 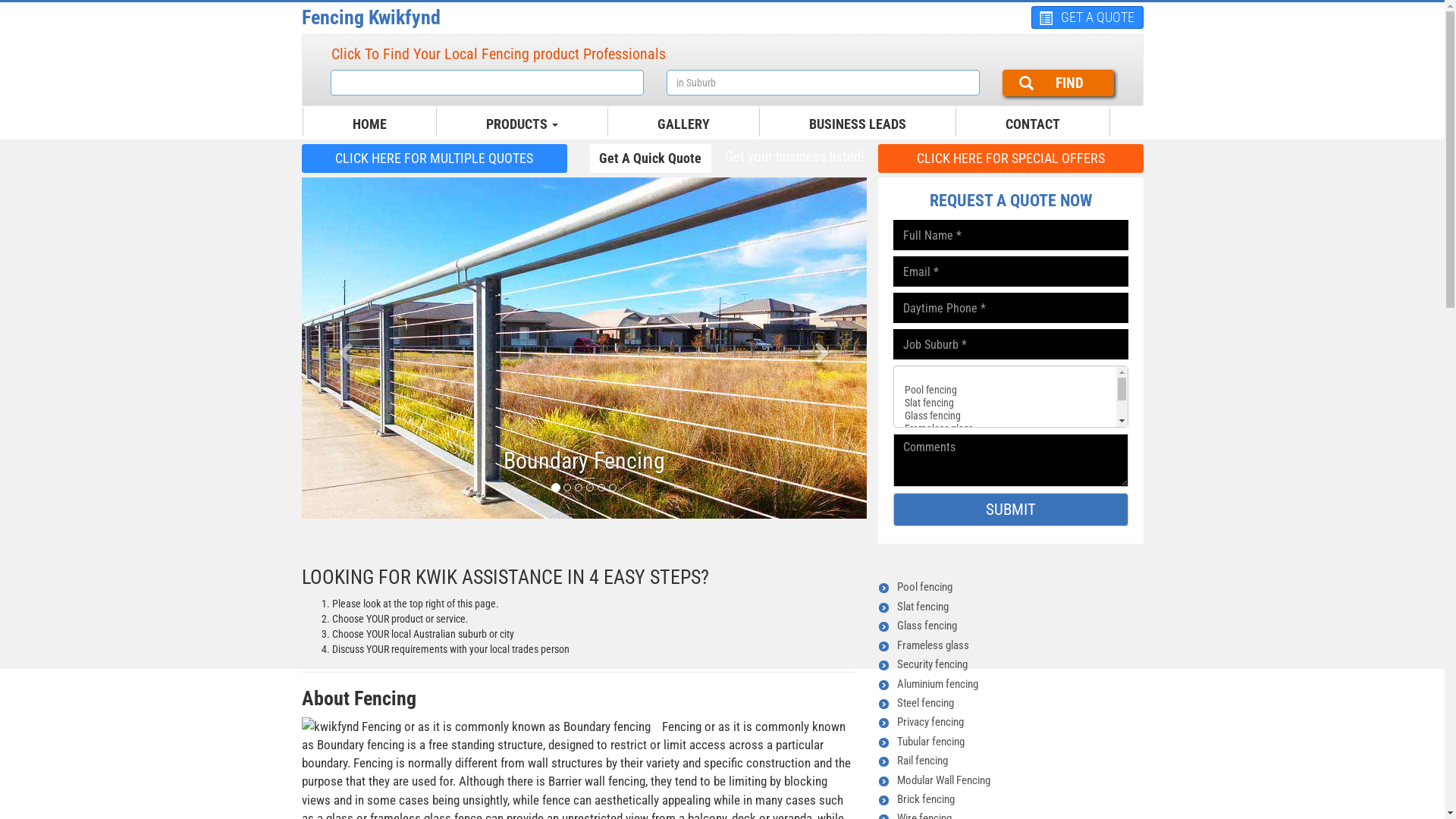 What do you see at coordinates (302, 17) in the screenshot?
I see `'Fencing Kwikfynd'` at bounding box center [302, 17].